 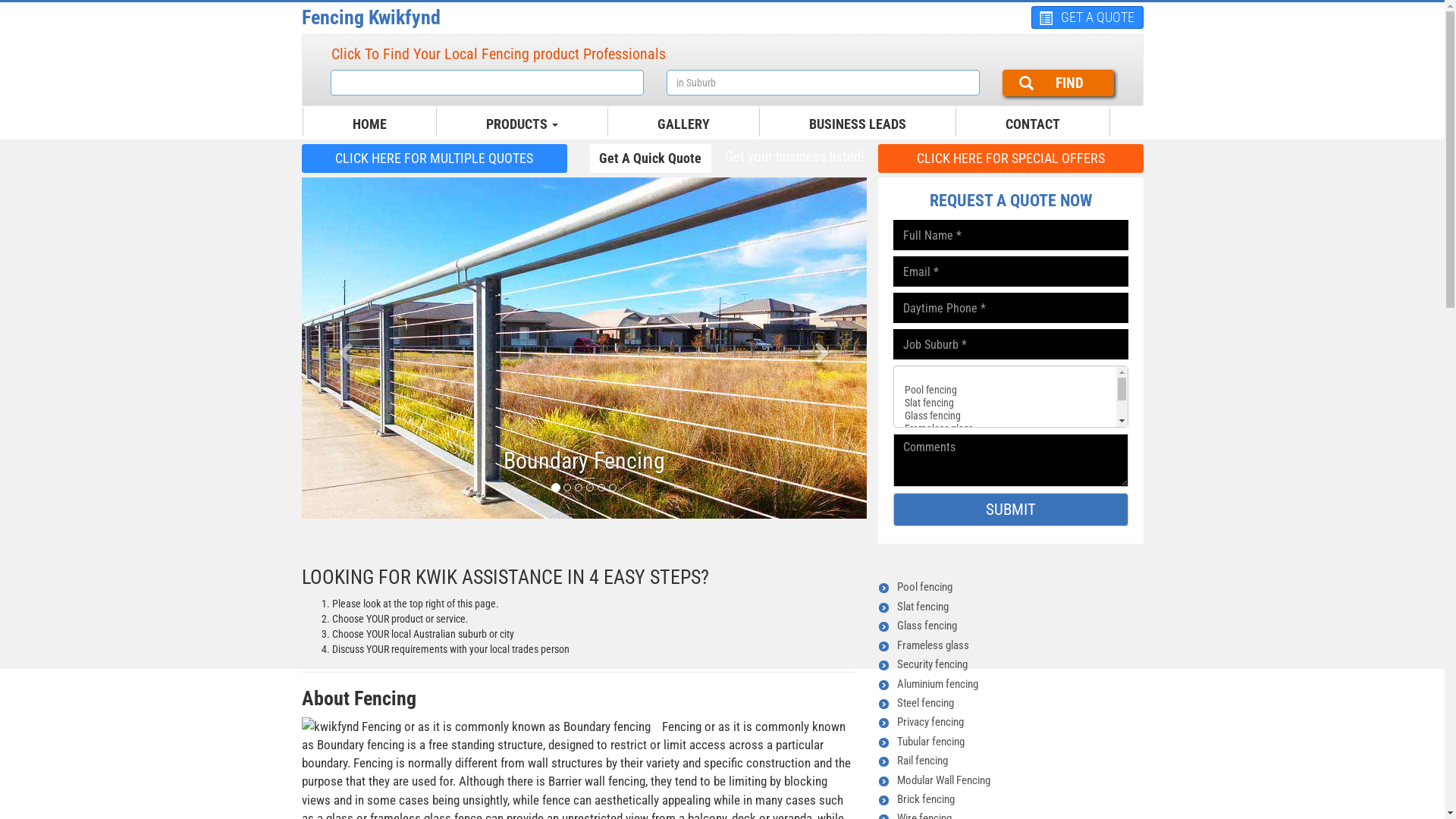 What do you see at coordinates (302, 17) in the screenshot?
I see `'Fencing Kwikfynd'` at bounding box center [302, 17].